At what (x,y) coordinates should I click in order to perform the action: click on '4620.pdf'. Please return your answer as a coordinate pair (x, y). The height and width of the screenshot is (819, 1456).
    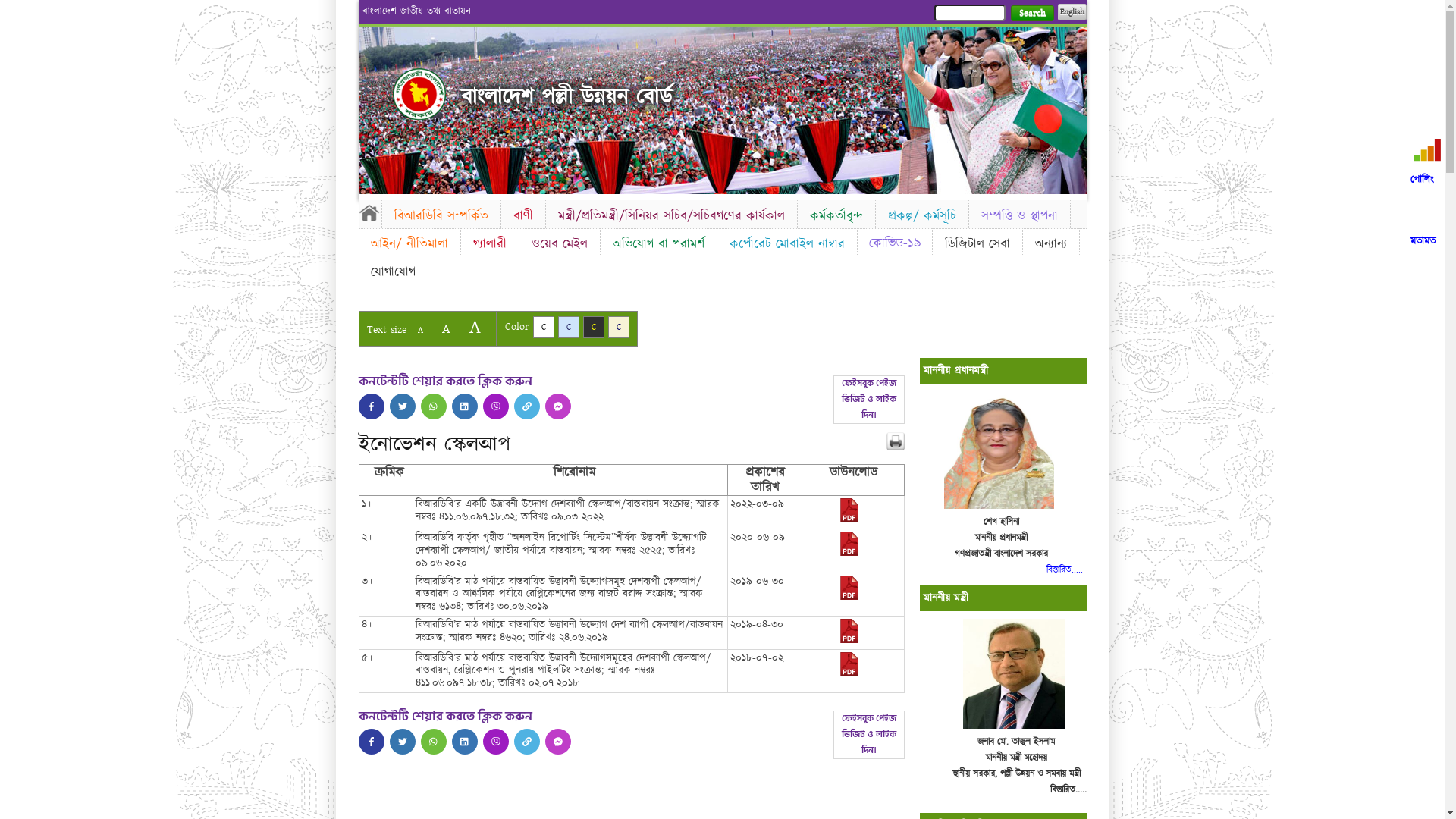
    Looking at the image, I should click on (848, 640).